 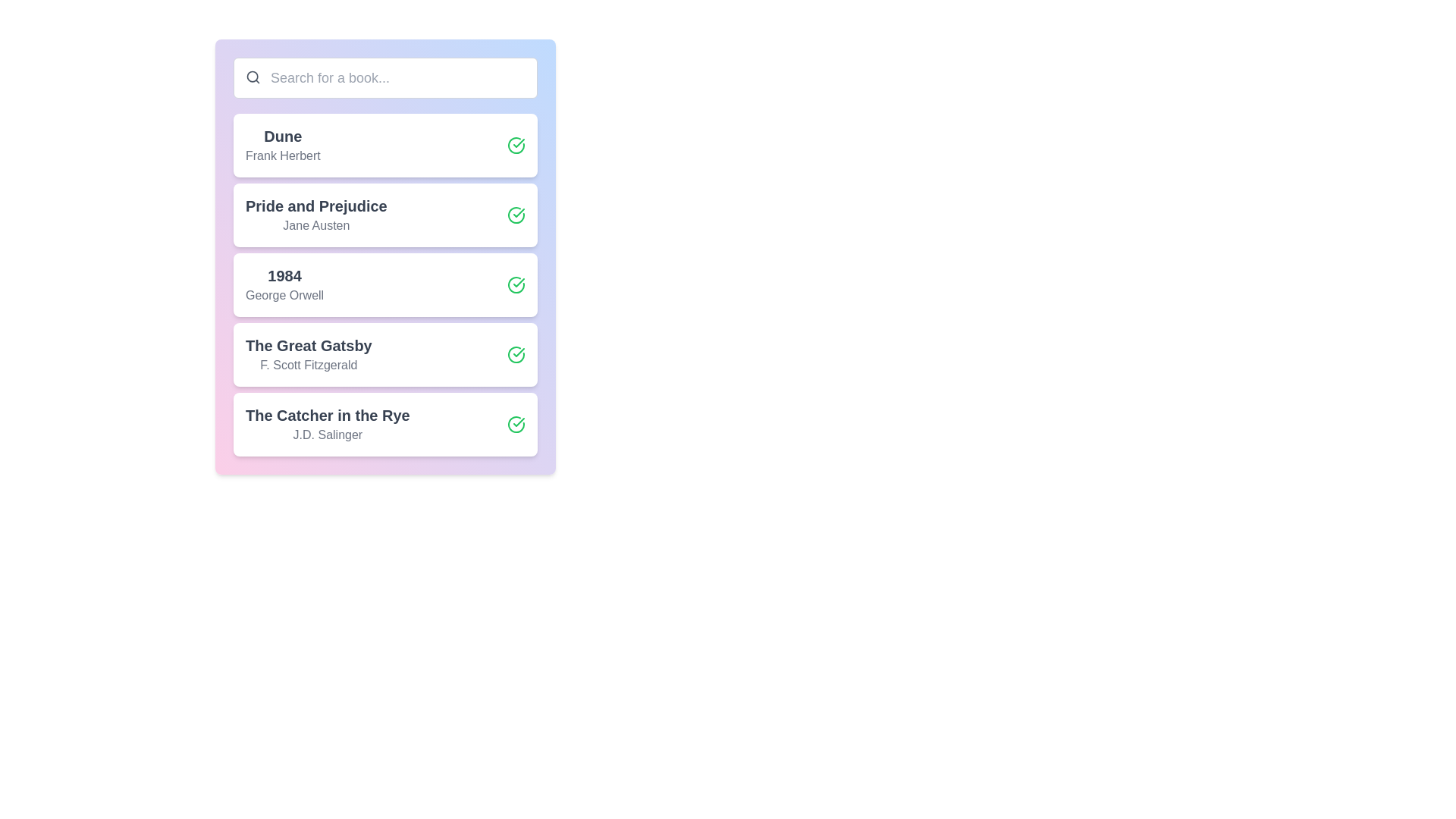 What do you see at coordinates (519, 422) in the screenshot?
I see `checked or approved state icon located on the right side of 'The Catcher in the Rye' list item entry` at bounding box center [519, 422].